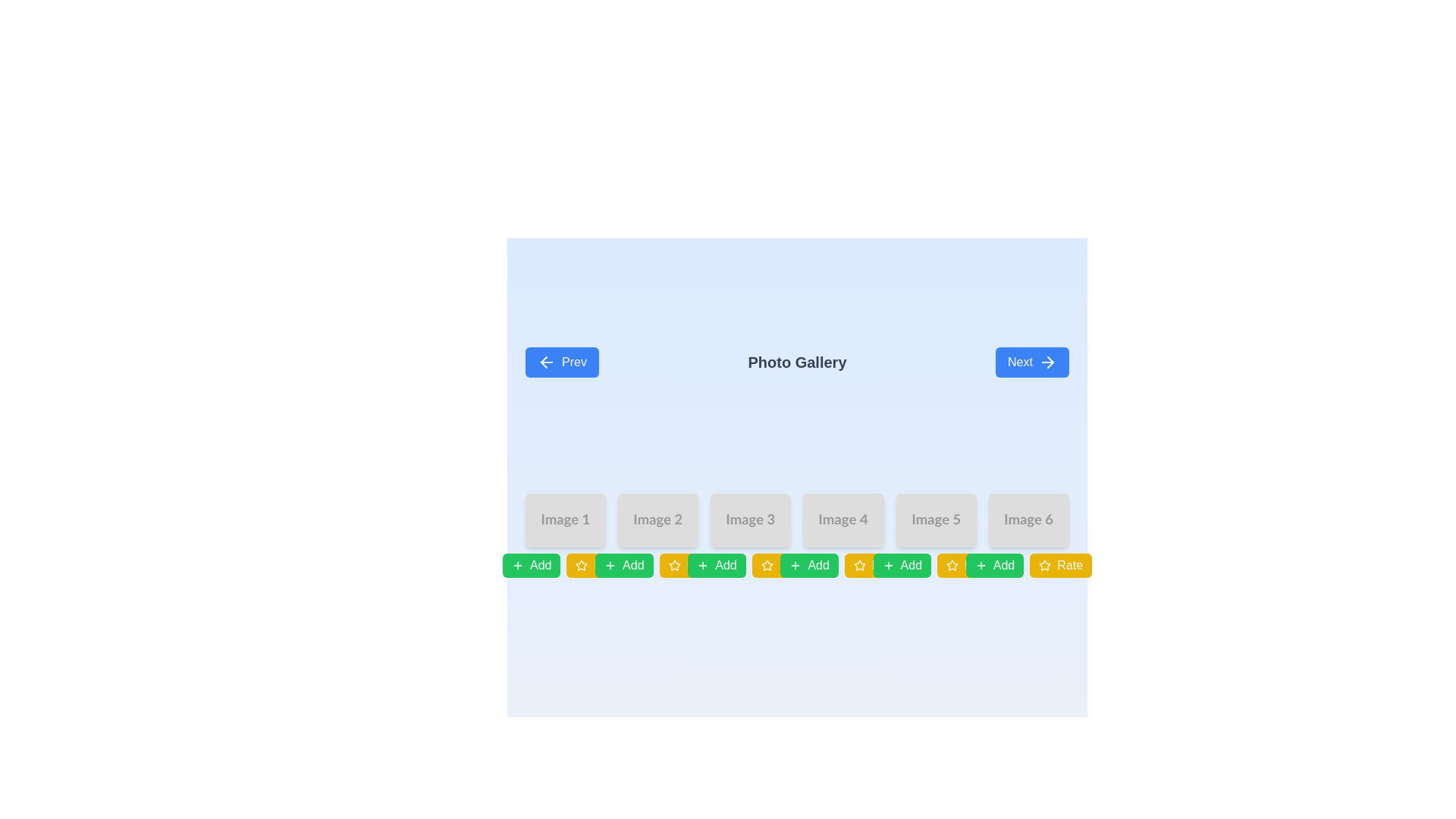 Image resolution: width=1456 pixels, height=819 pixels. I want to click on the rectangular yellow button labeled 'Rate' with rounded corners and a star icon to rate the item, so click(597, 565).